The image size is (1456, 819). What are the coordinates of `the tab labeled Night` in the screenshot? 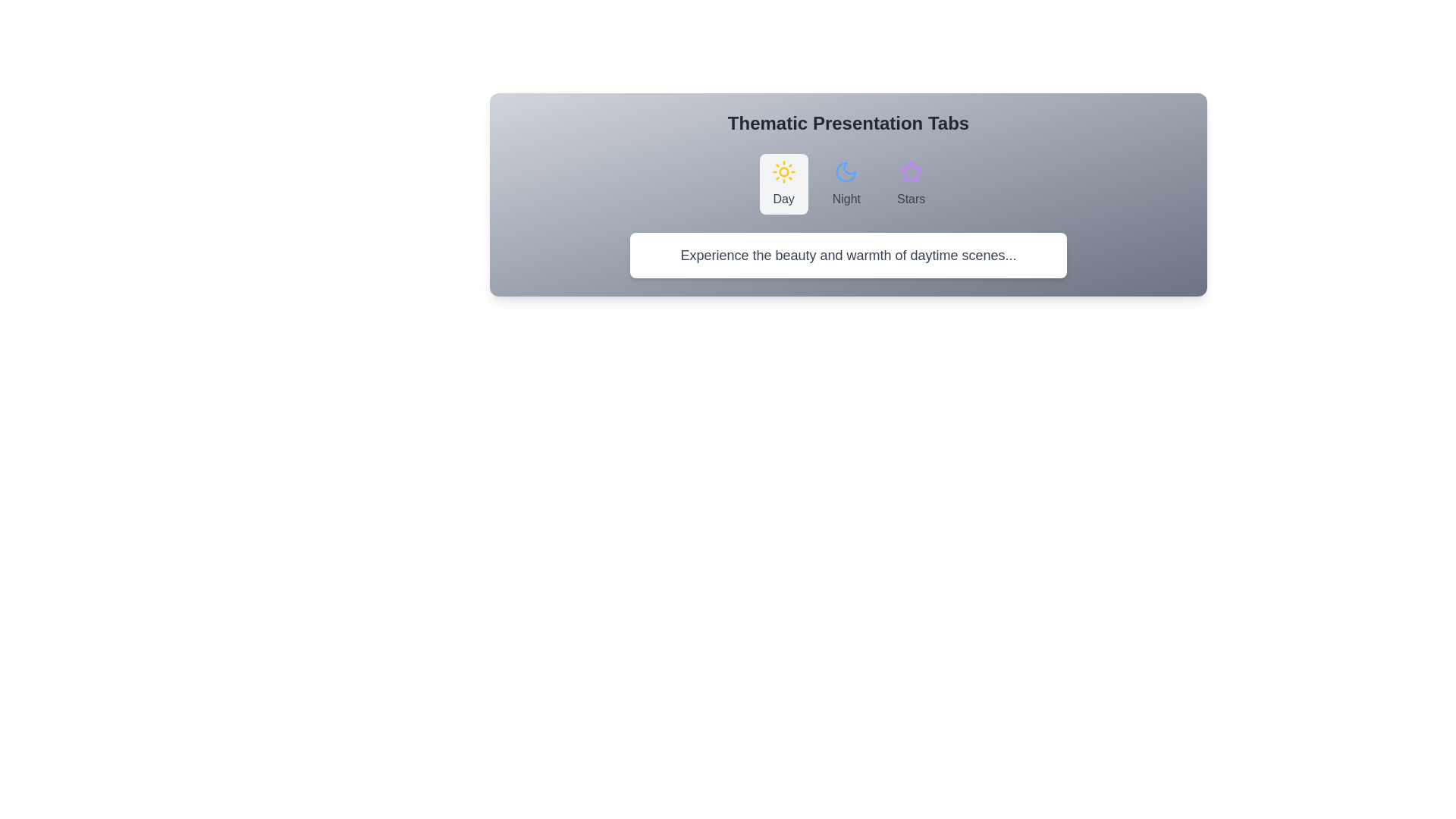 It's located at (846, 184).